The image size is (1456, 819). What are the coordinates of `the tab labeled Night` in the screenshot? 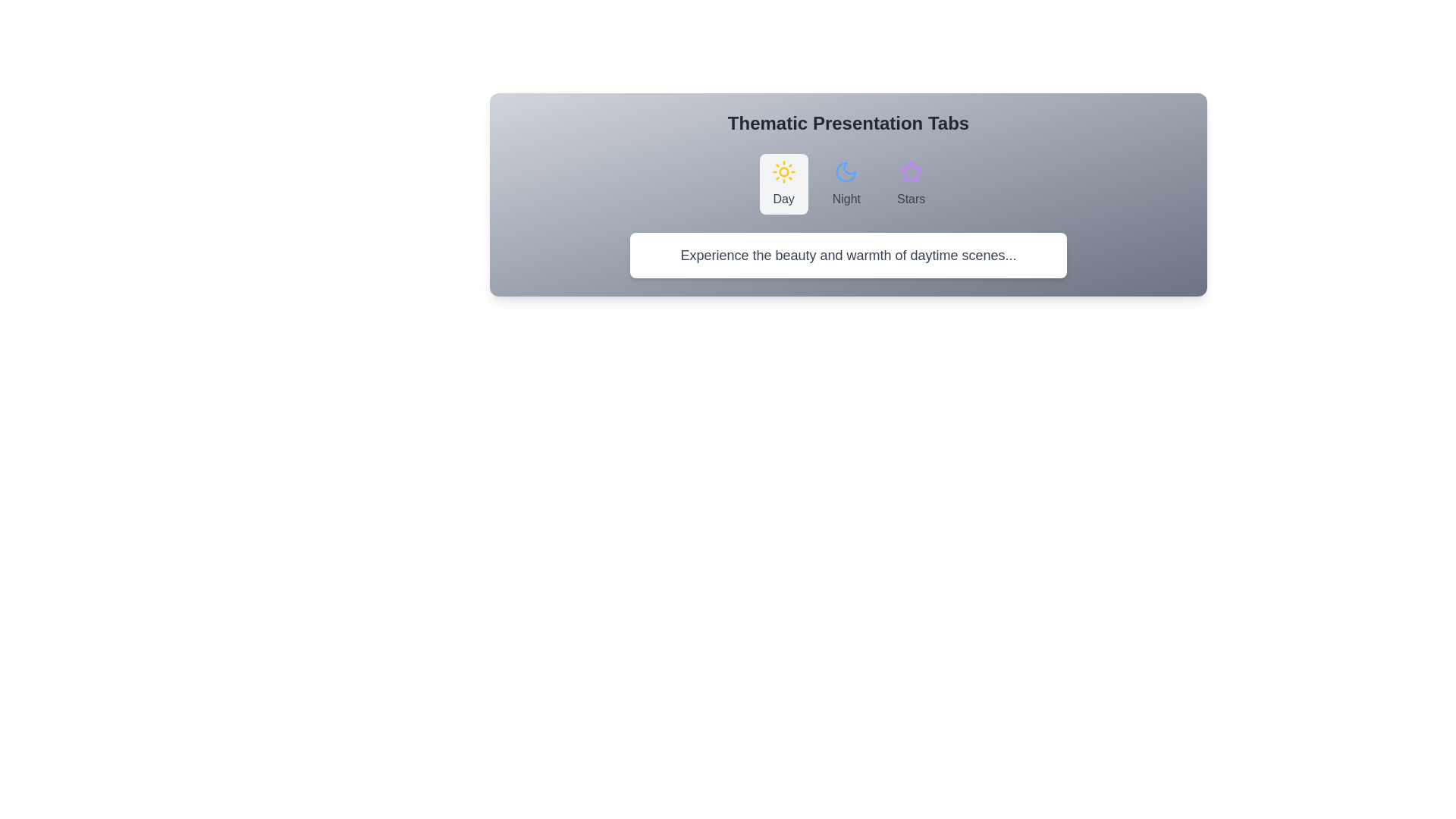 It's located at (846, 184).